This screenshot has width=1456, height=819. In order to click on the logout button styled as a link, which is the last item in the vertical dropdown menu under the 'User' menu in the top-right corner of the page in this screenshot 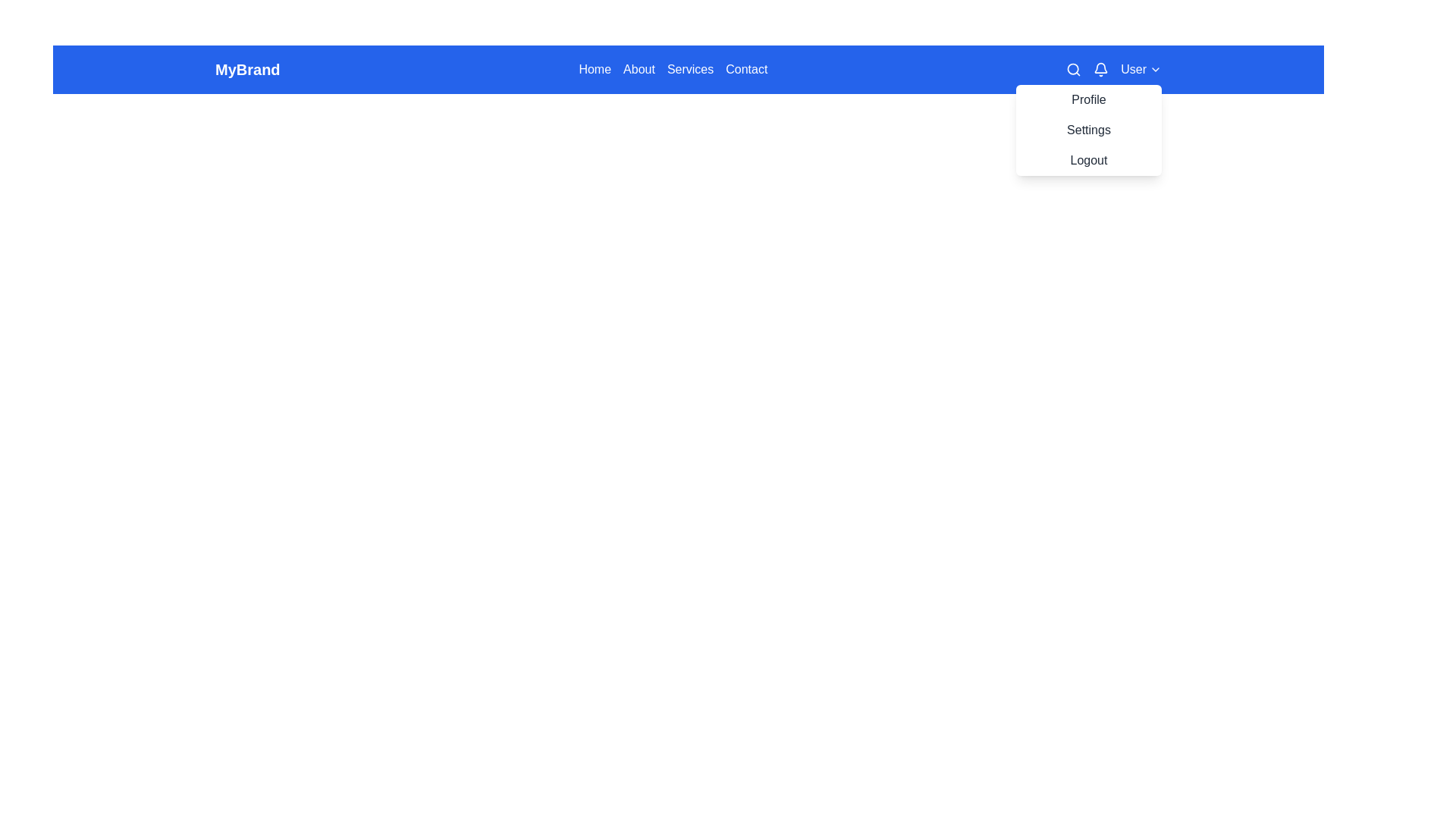, I will do `click(1087, 161)`.